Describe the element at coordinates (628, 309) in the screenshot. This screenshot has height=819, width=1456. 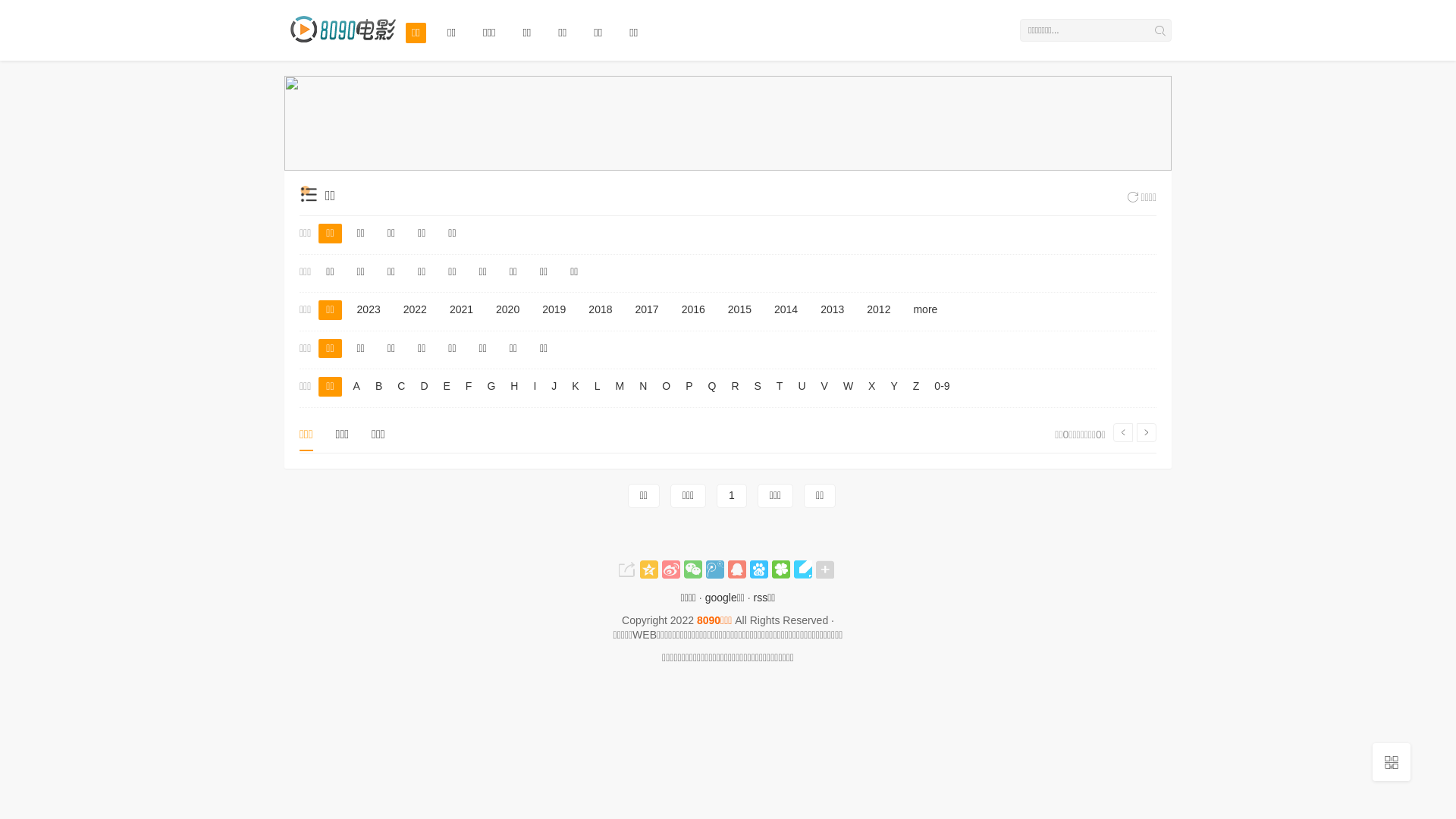
I see `'2017'` at that location.